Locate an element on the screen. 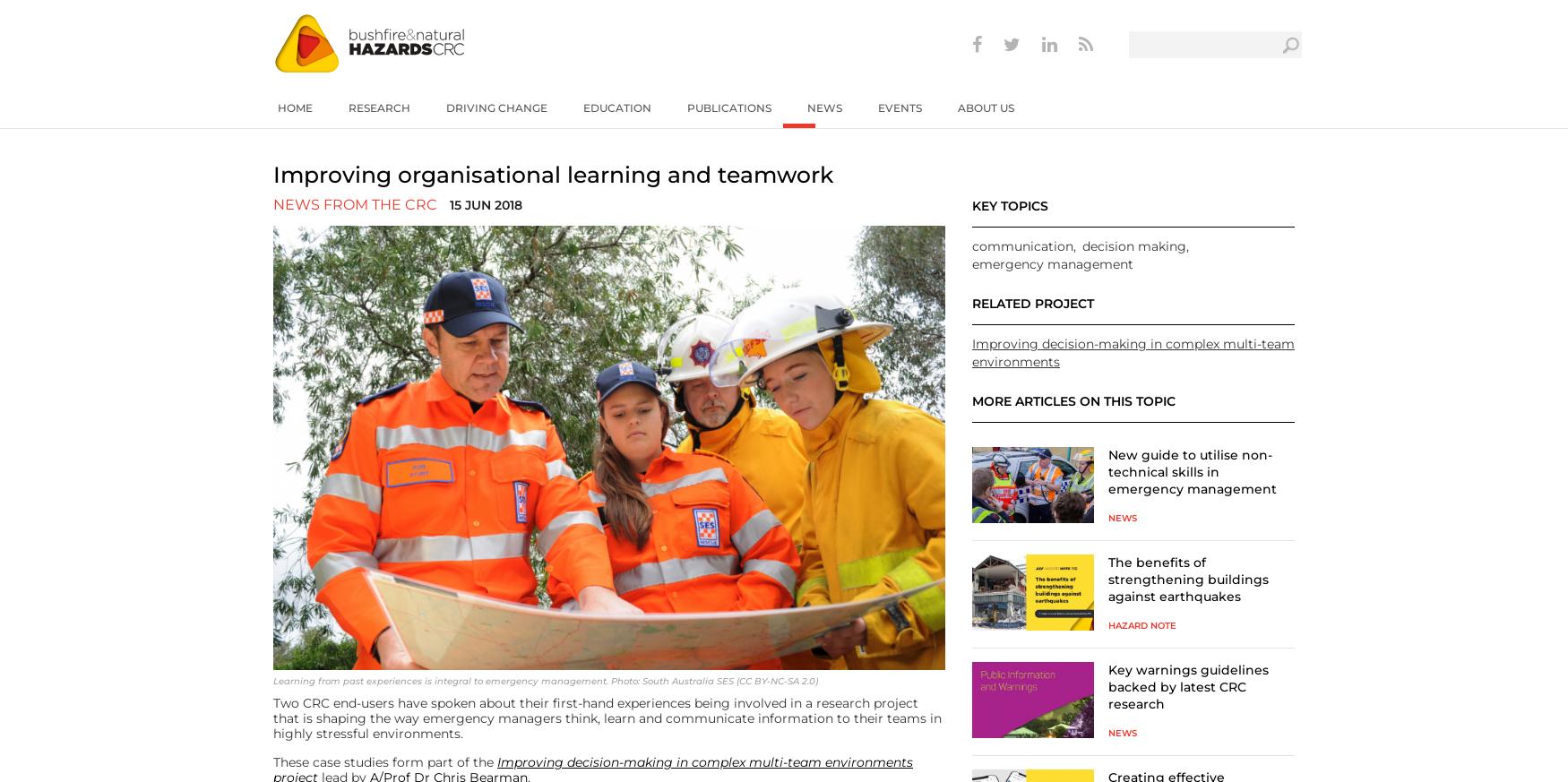  'More articles on this topic' is located at coordinates (972, 400).